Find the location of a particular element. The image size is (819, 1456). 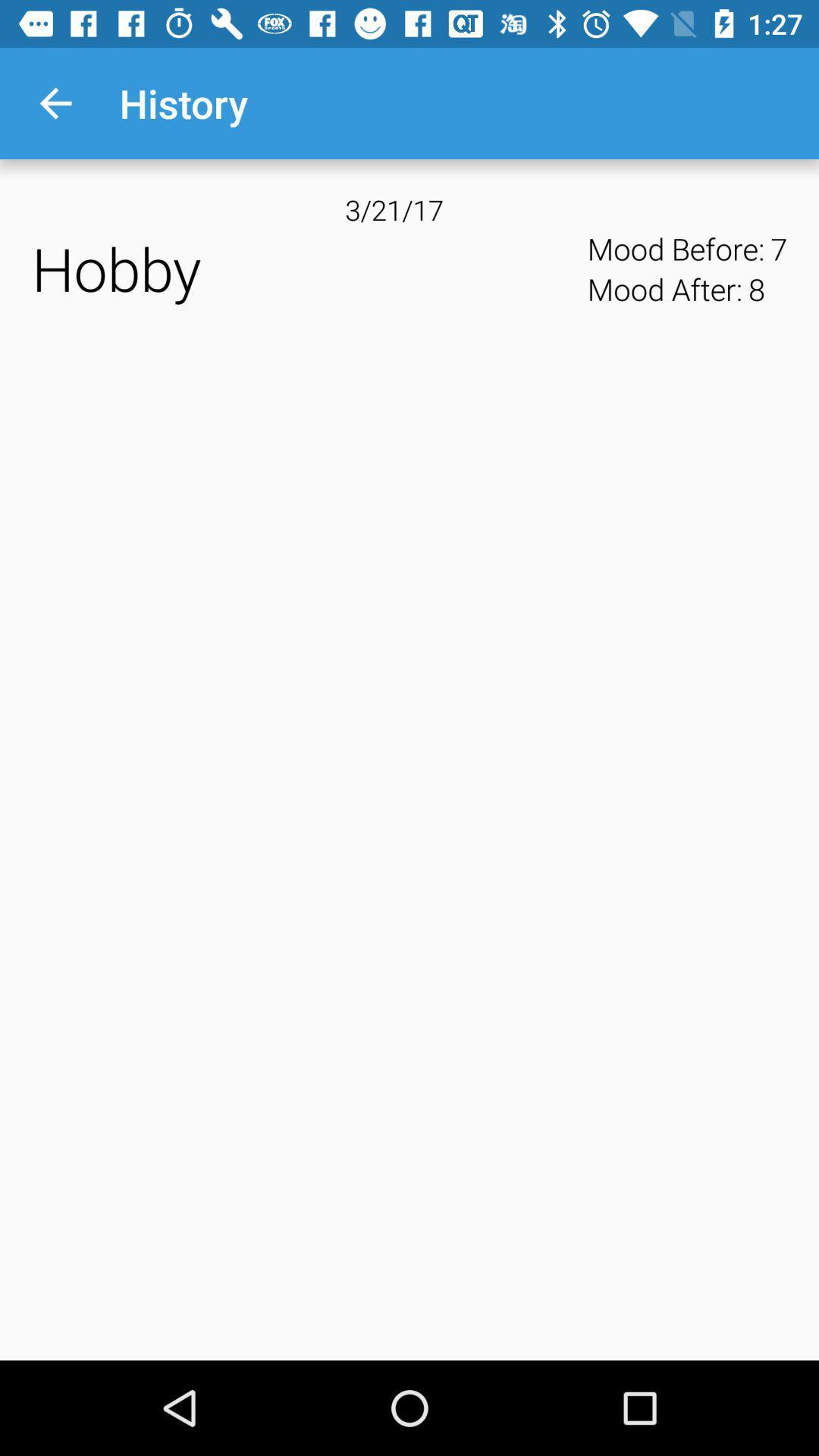

app next to mood before: icon is located at coordinates (409, 209).